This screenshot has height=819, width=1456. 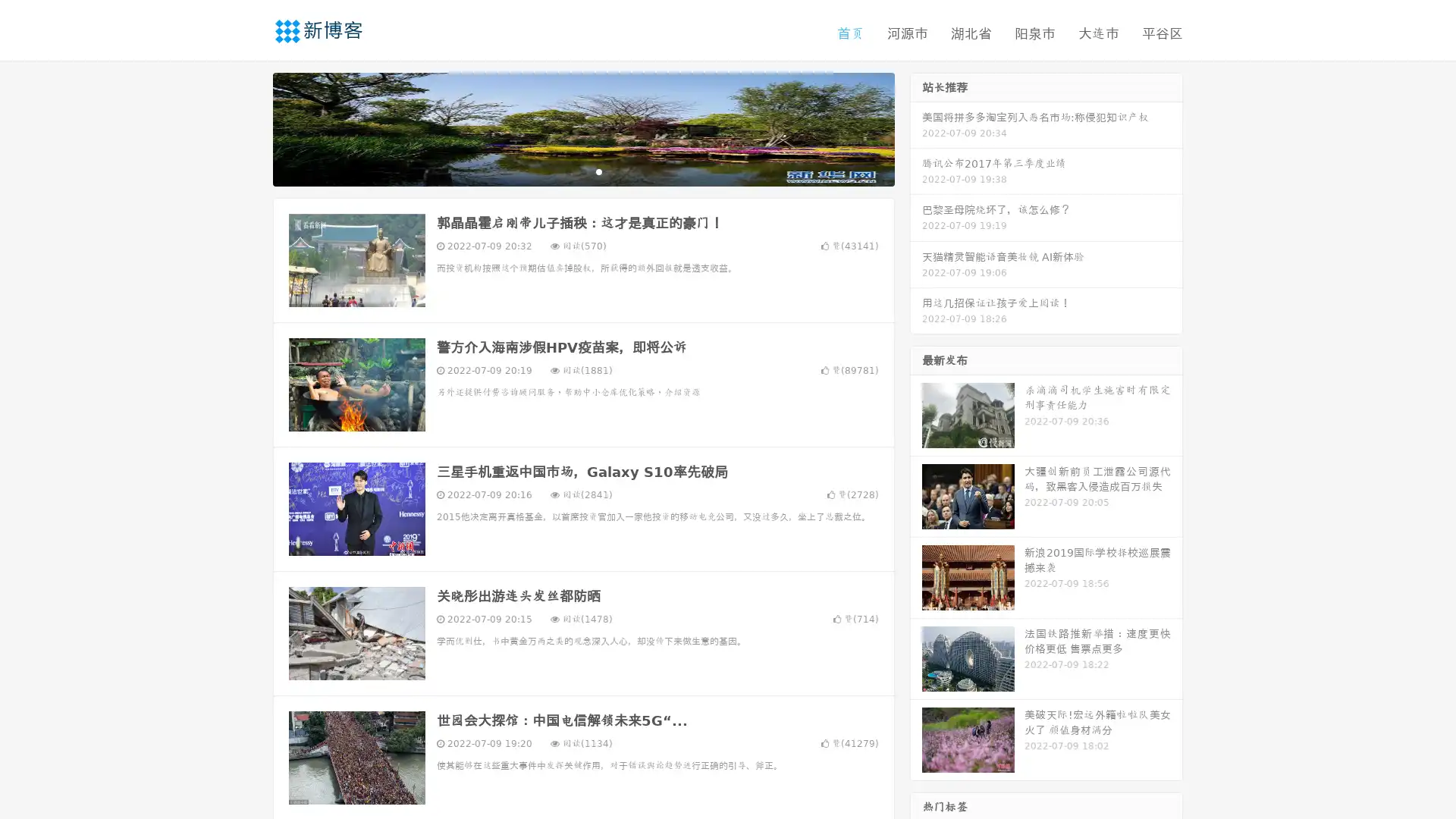 I want to click on Go to slide 2, so click(x=582, y=171).